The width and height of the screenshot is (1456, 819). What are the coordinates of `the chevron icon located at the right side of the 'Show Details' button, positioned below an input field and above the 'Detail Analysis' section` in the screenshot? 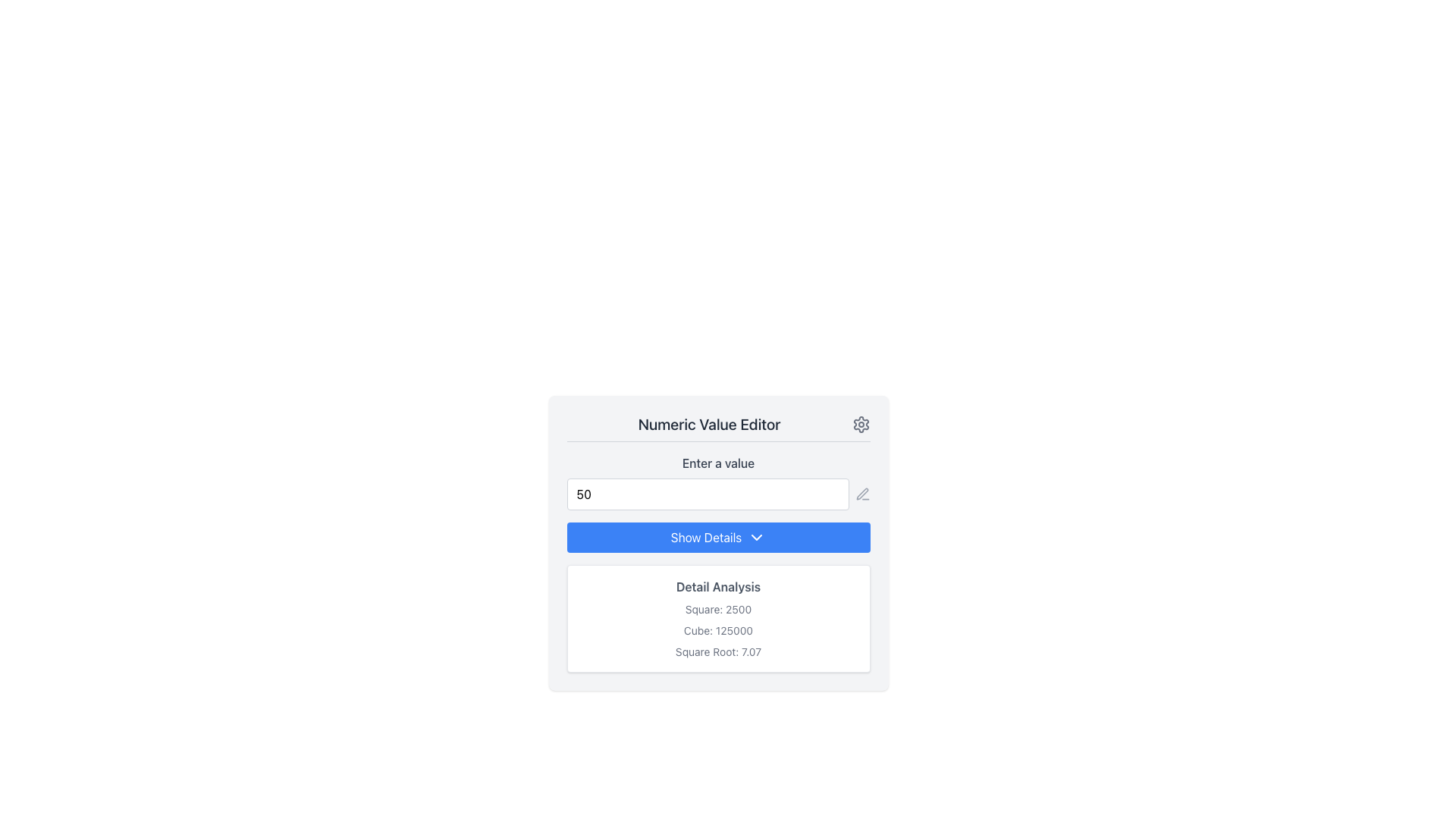 It's located at (757, 537).